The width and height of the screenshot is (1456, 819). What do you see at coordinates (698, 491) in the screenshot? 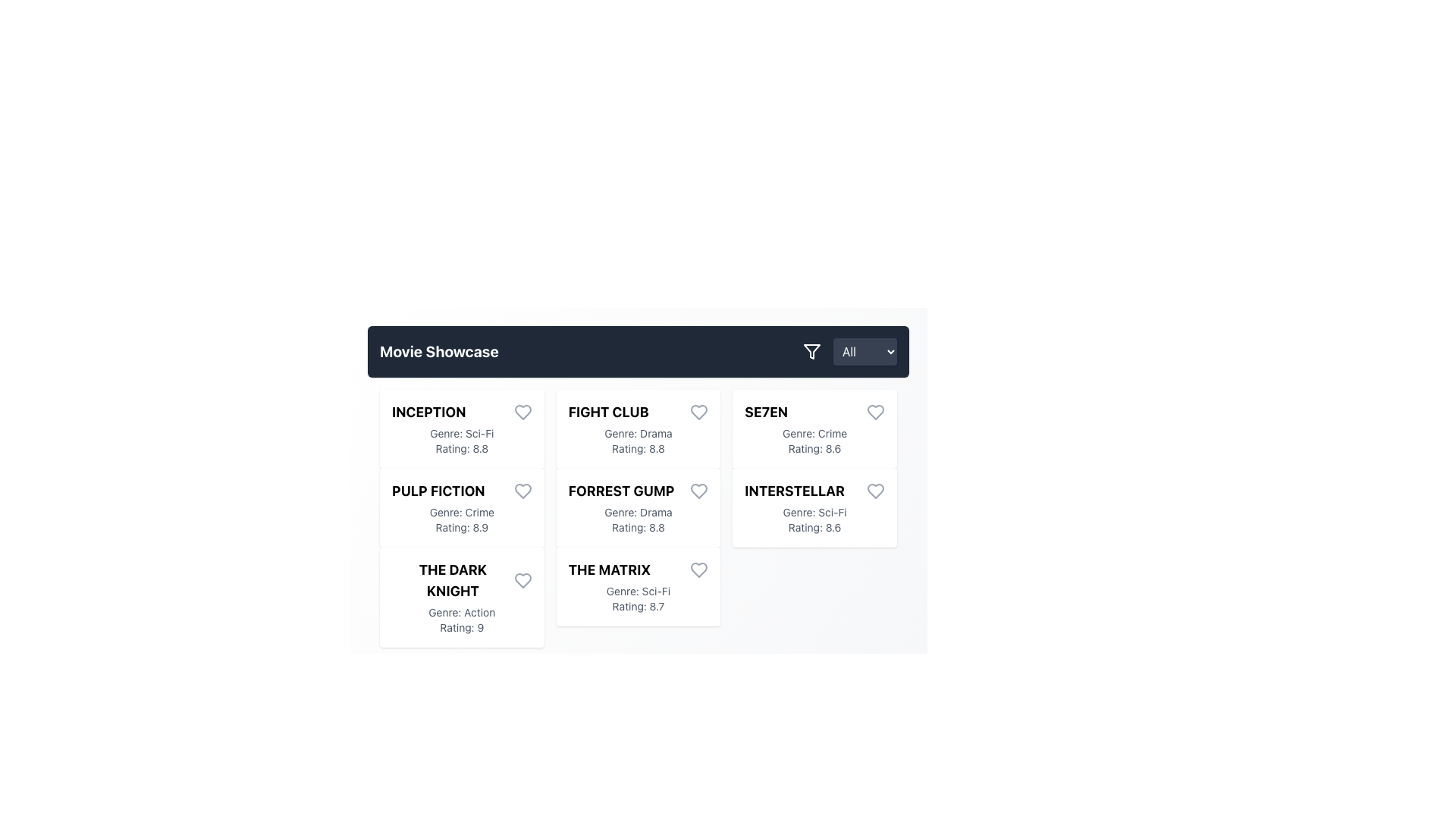
I see `the Heart/Like/Favorite Marker icon located in the top-right corner of the movie card for 'Forrest Gump'` at bounding box center [698, 491].